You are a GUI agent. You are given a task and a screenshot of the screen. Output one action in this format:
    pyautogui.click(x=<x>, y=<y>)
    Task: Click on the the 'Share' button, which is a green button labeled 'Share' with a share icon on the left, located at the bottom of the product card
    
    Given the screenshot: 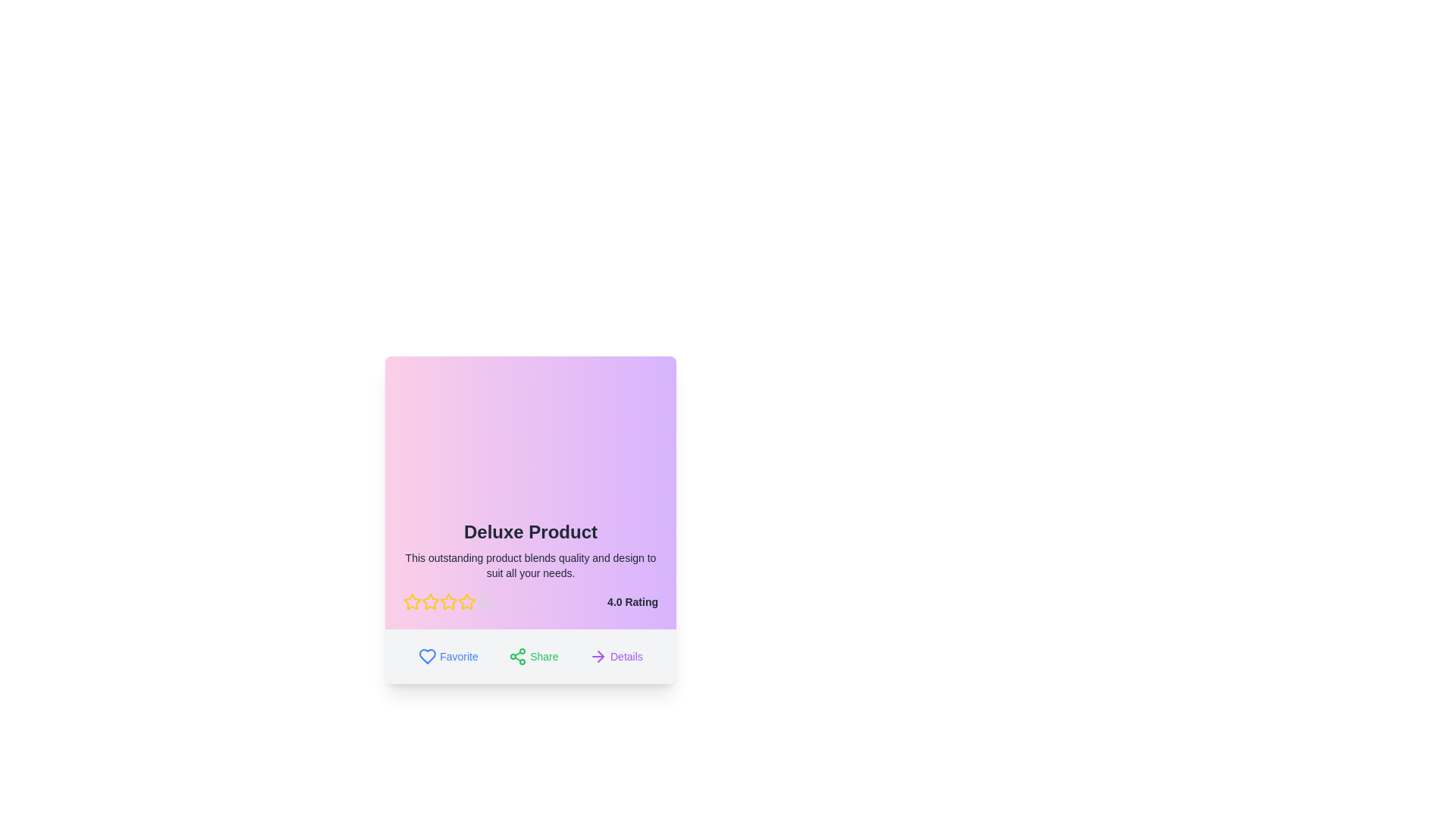 What is the action you would take?
    pyautogui.click(x=533, y=656)
    